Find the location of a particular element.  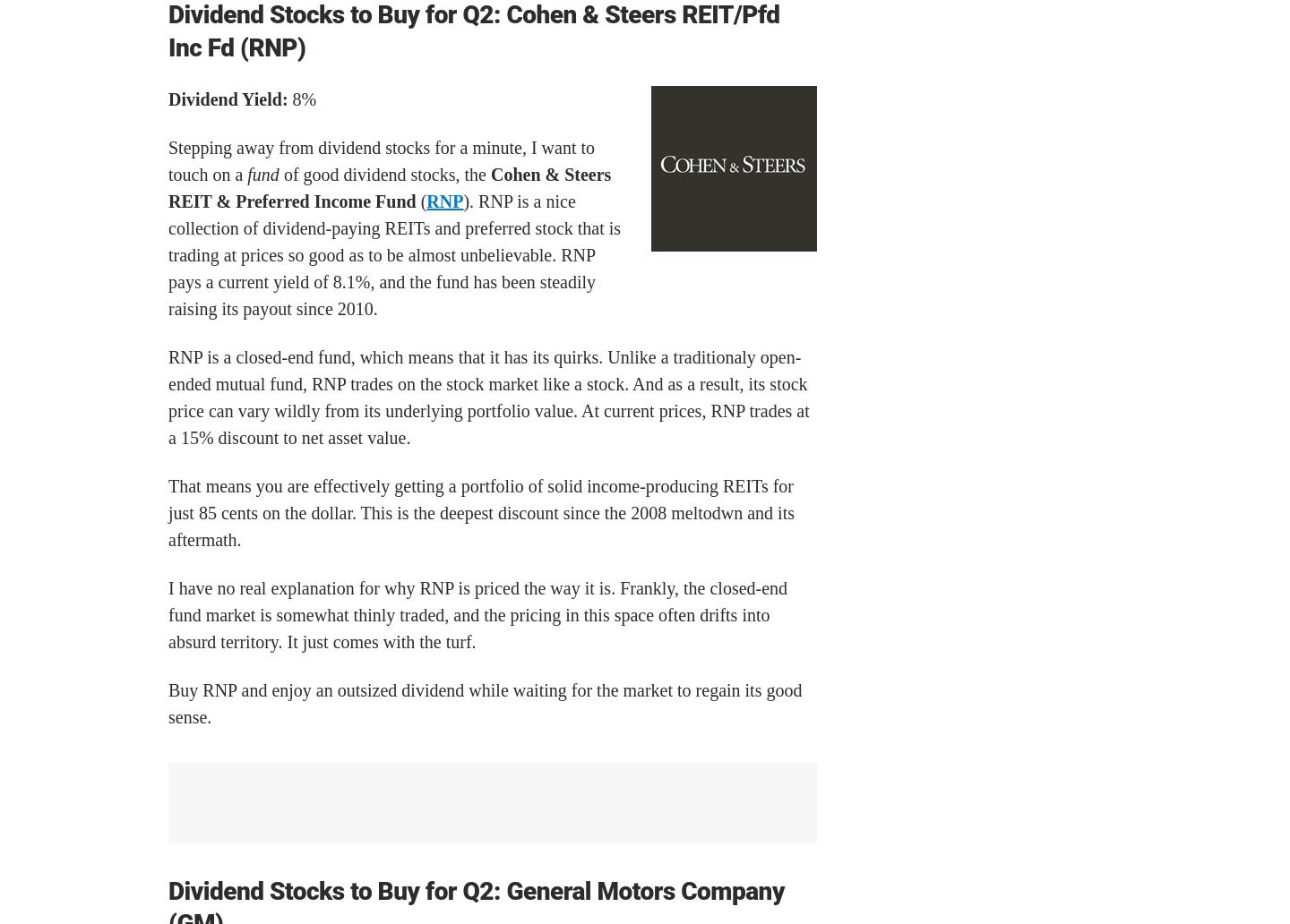

'Dividend Yield:' is located at coordinates (227, 99).